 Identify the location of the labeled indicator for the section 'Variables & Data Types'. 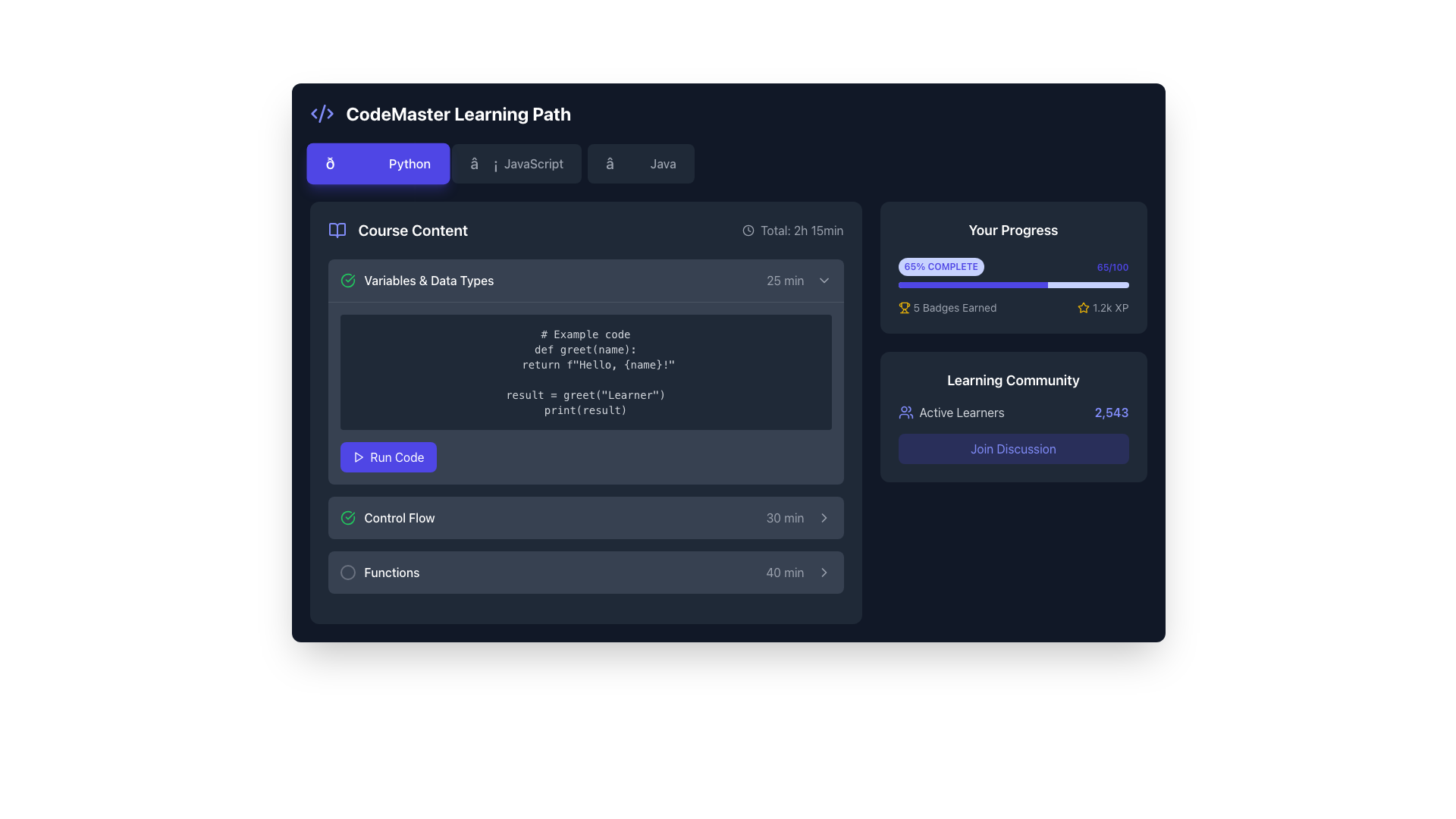
(416, 281).